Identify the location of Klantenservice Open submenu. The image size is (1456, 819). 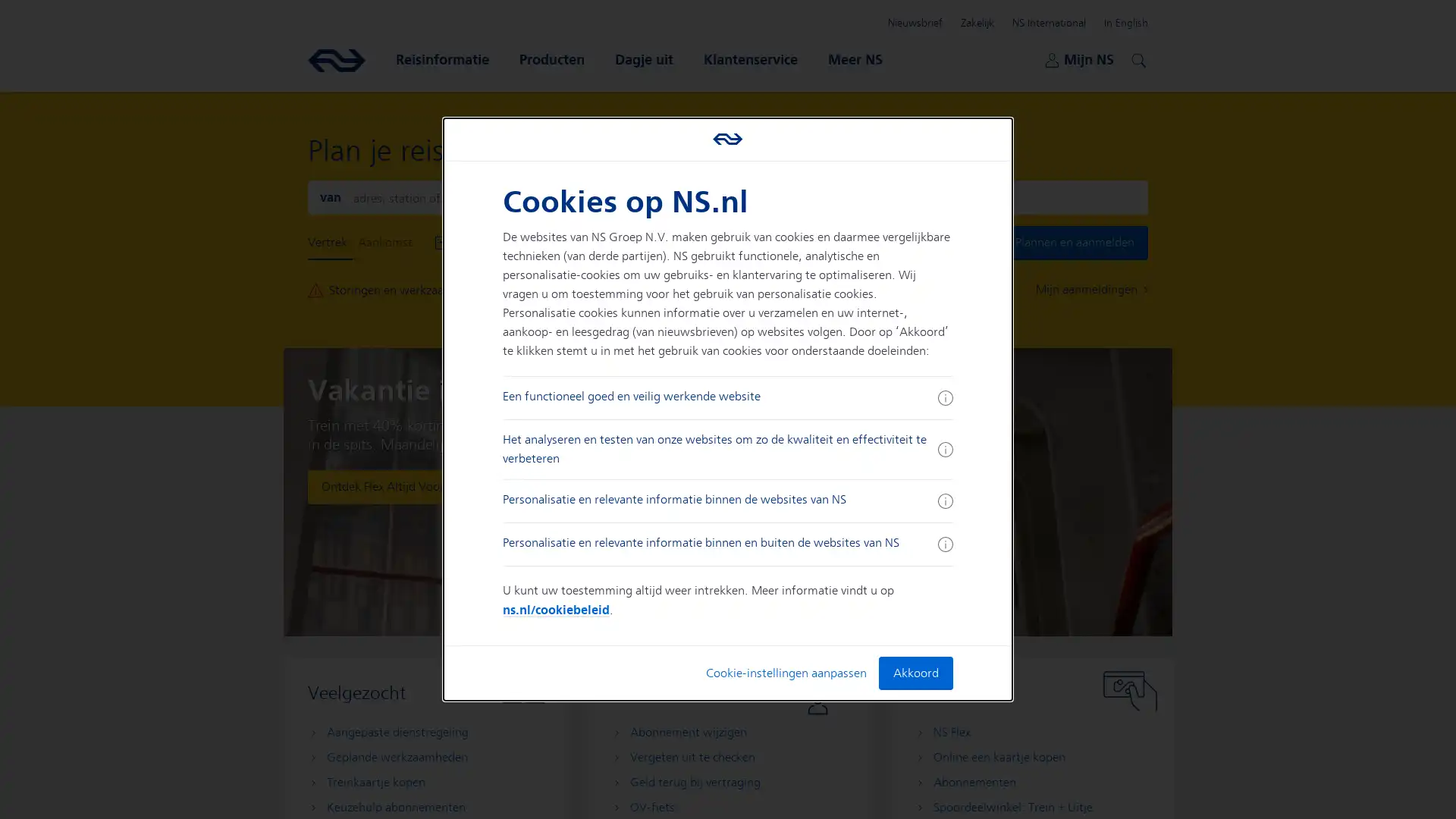
(750, 58).